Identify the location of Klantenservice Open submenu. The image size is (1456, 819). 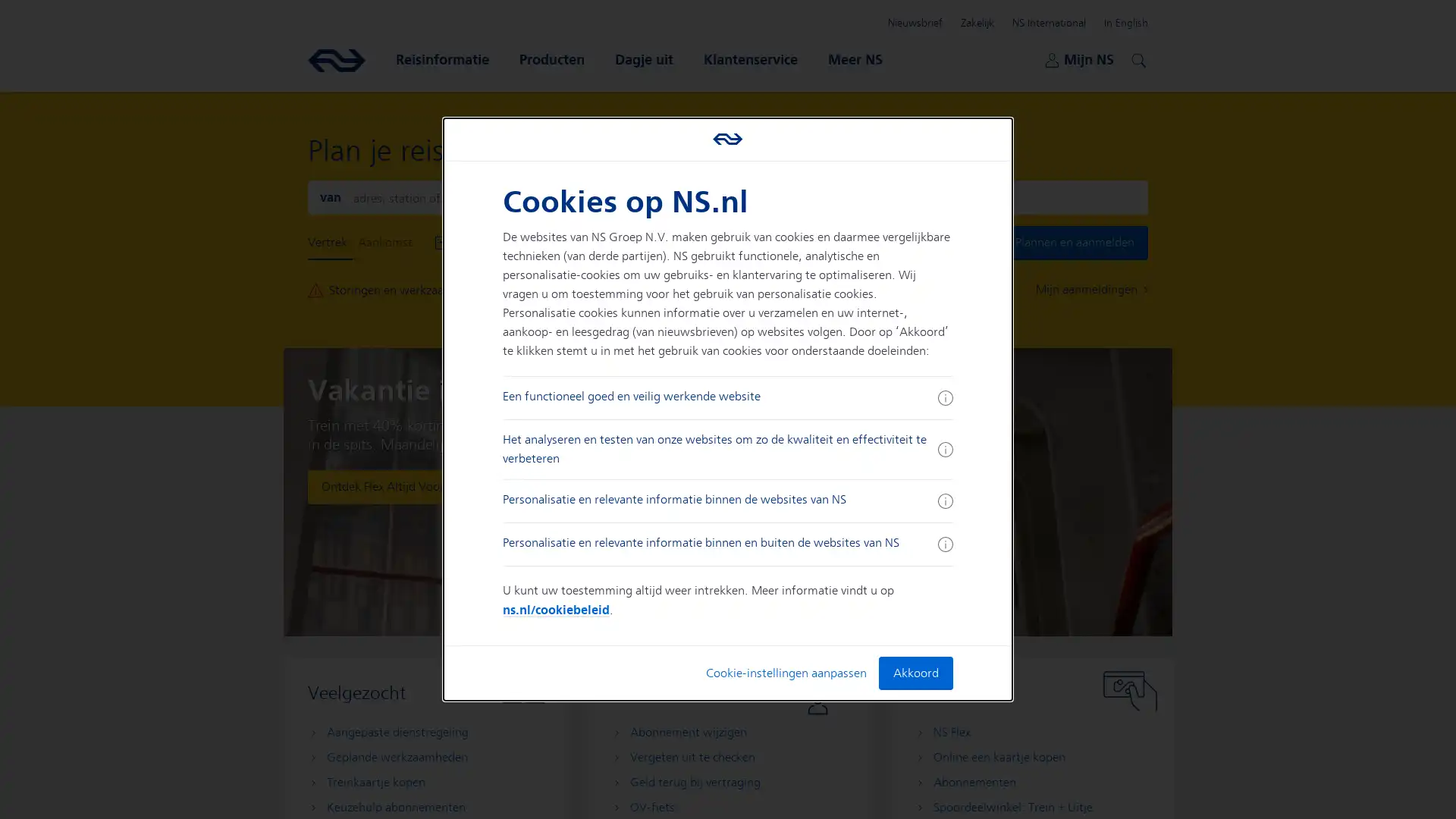
(750, 58).